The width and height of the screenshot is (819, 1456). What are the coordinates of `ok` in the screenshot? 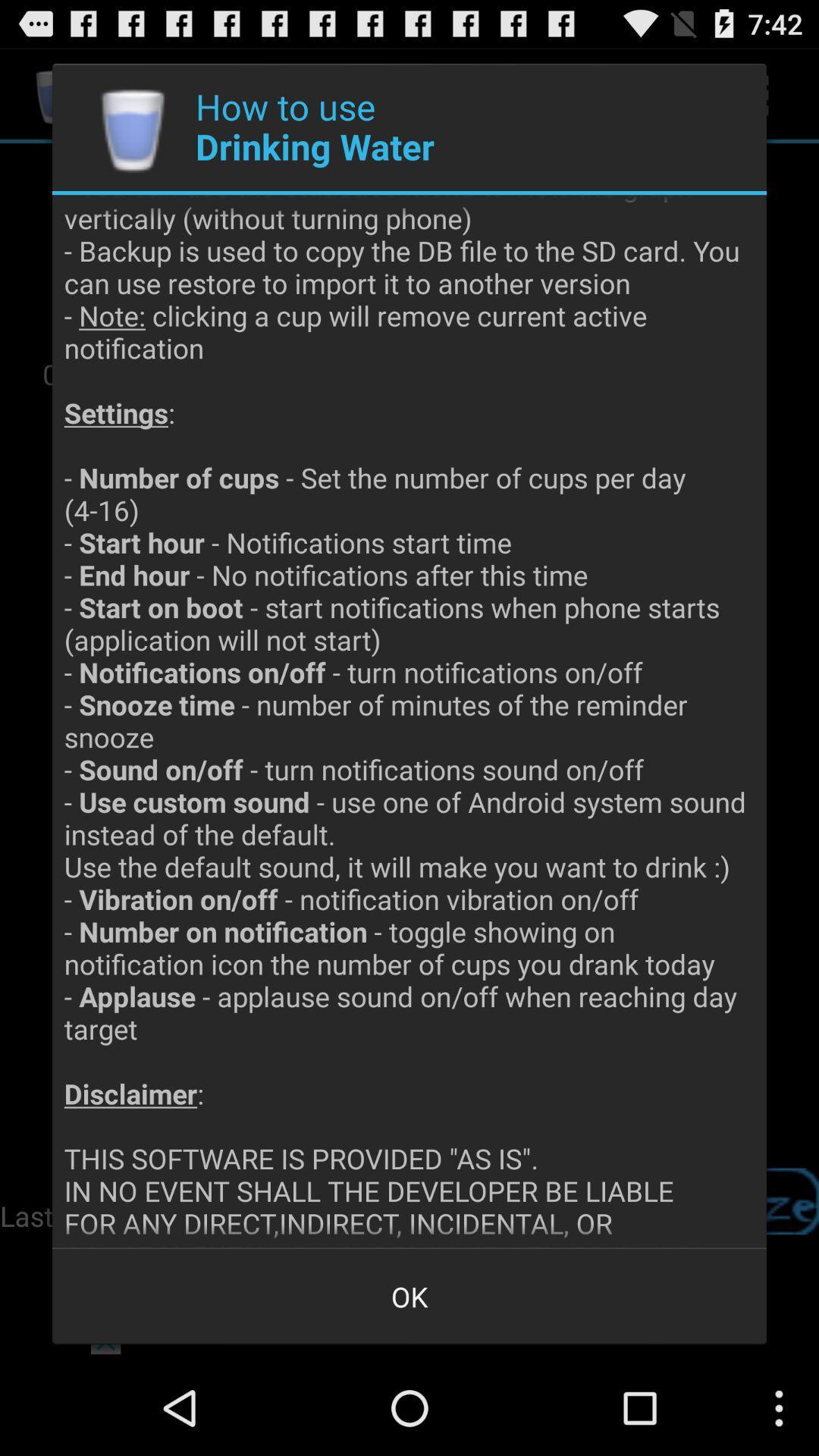 It's located at (409, 1295).